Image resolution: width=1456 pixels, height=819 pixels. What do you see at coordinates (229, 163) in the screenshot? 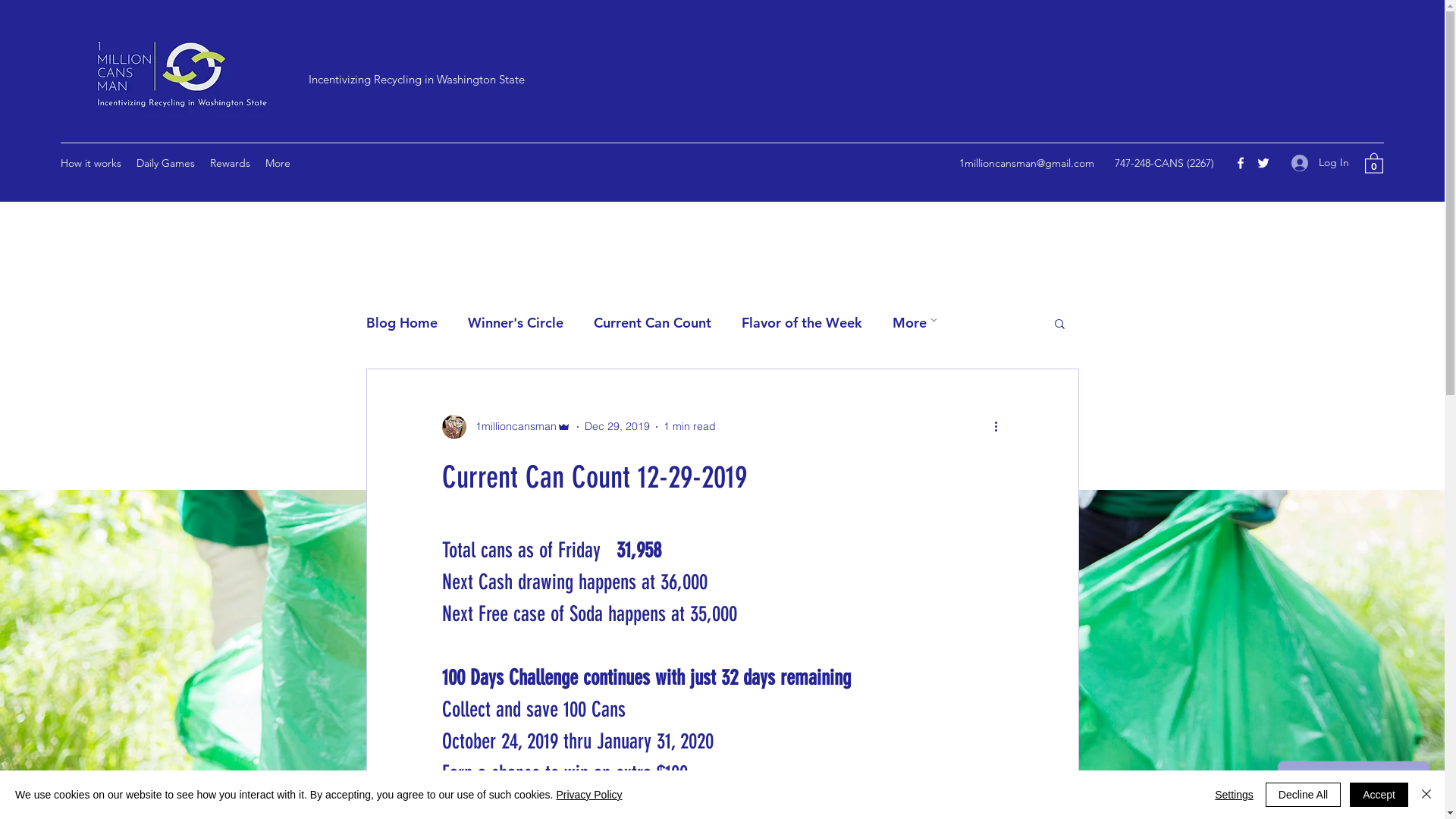
I see `'Rewards'` at bounding box center [229, 163].